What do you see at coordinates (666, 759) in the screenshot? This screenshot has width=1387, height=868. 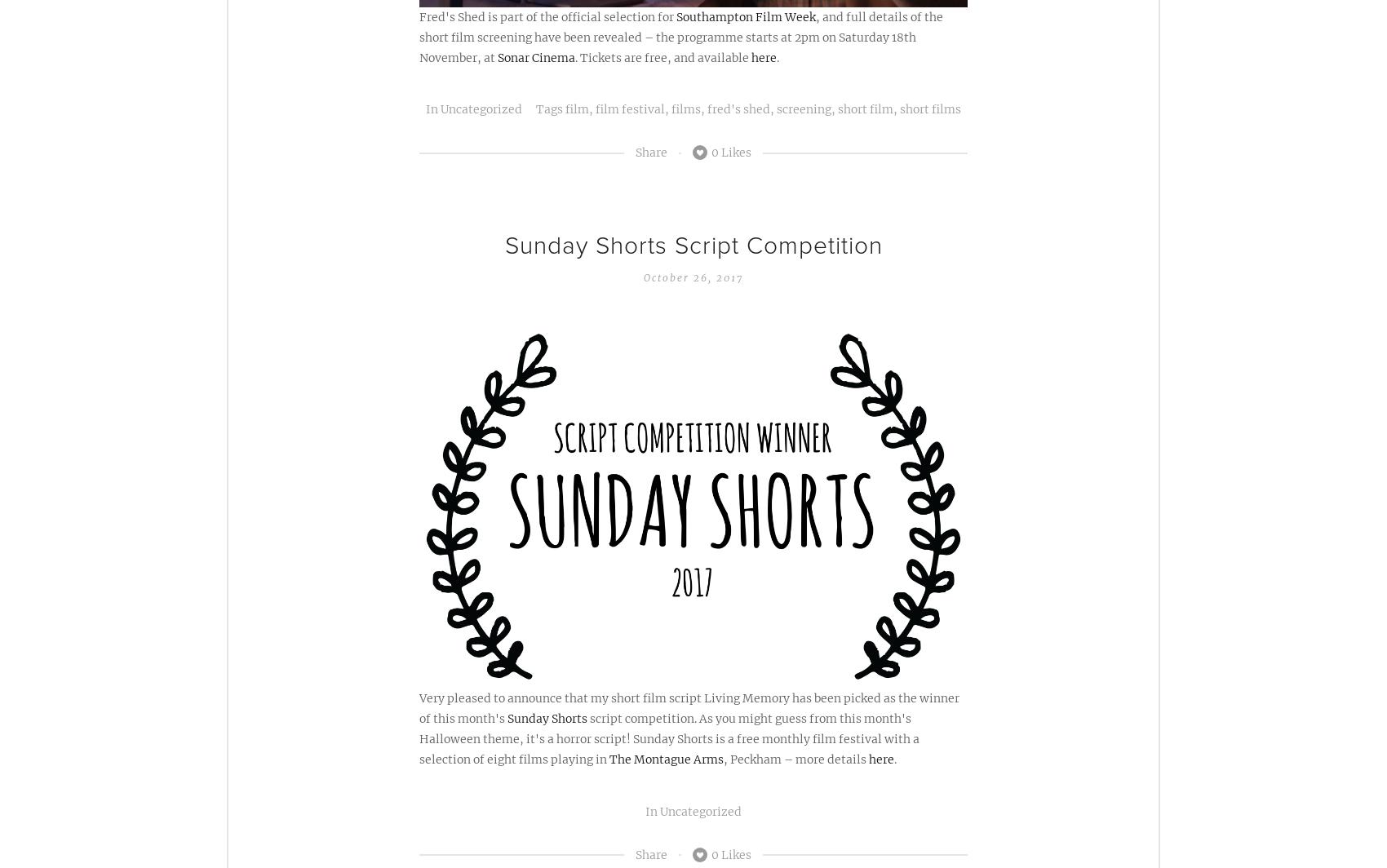 I see `'The Montague Arms'` at bounding box center [666, 759].